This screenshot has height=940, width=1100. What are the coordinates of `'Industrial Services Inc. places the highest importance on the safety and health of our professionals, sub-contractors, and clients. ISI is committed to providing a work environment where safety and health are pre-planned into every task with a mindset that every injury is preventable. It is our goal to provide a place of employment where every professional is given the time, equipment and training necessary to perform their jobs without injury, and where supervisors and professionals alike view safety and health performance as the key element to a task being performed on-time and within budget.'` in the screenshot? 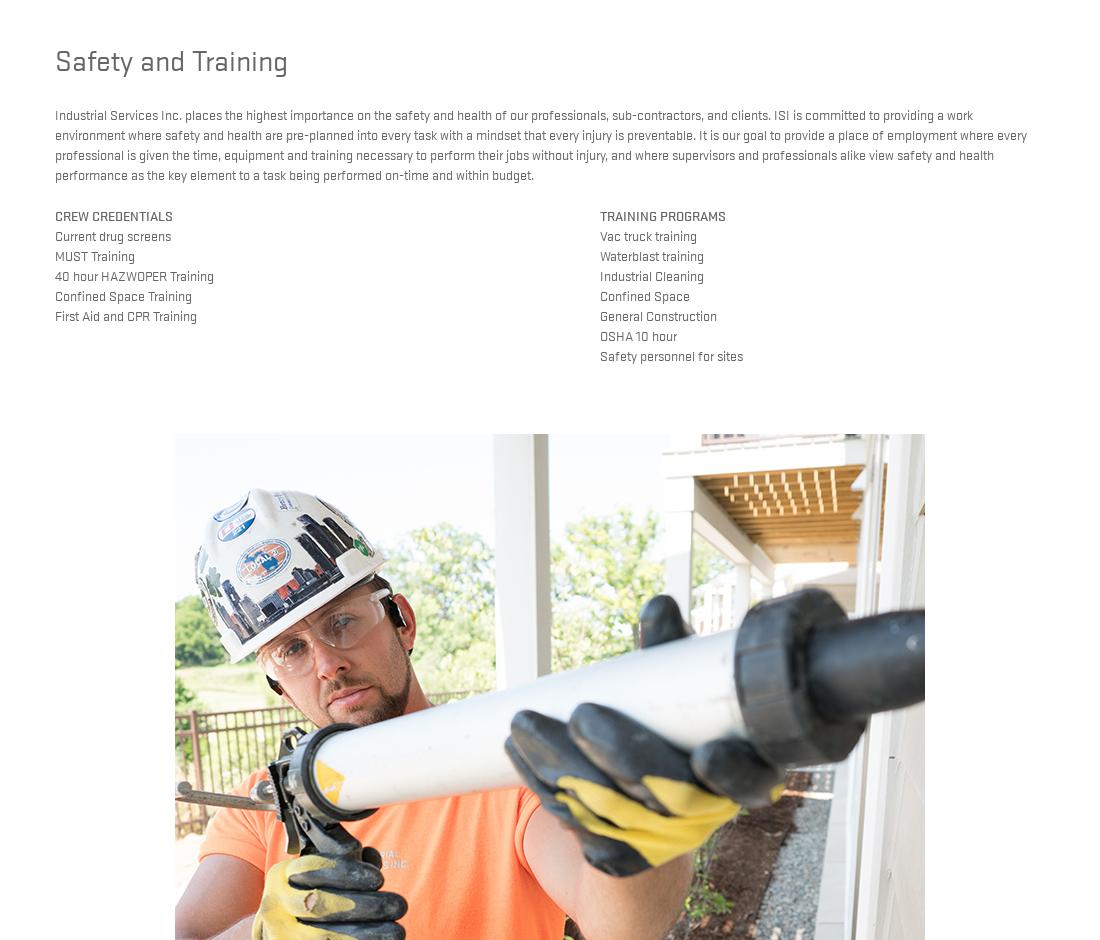 It's located at (540, 143).